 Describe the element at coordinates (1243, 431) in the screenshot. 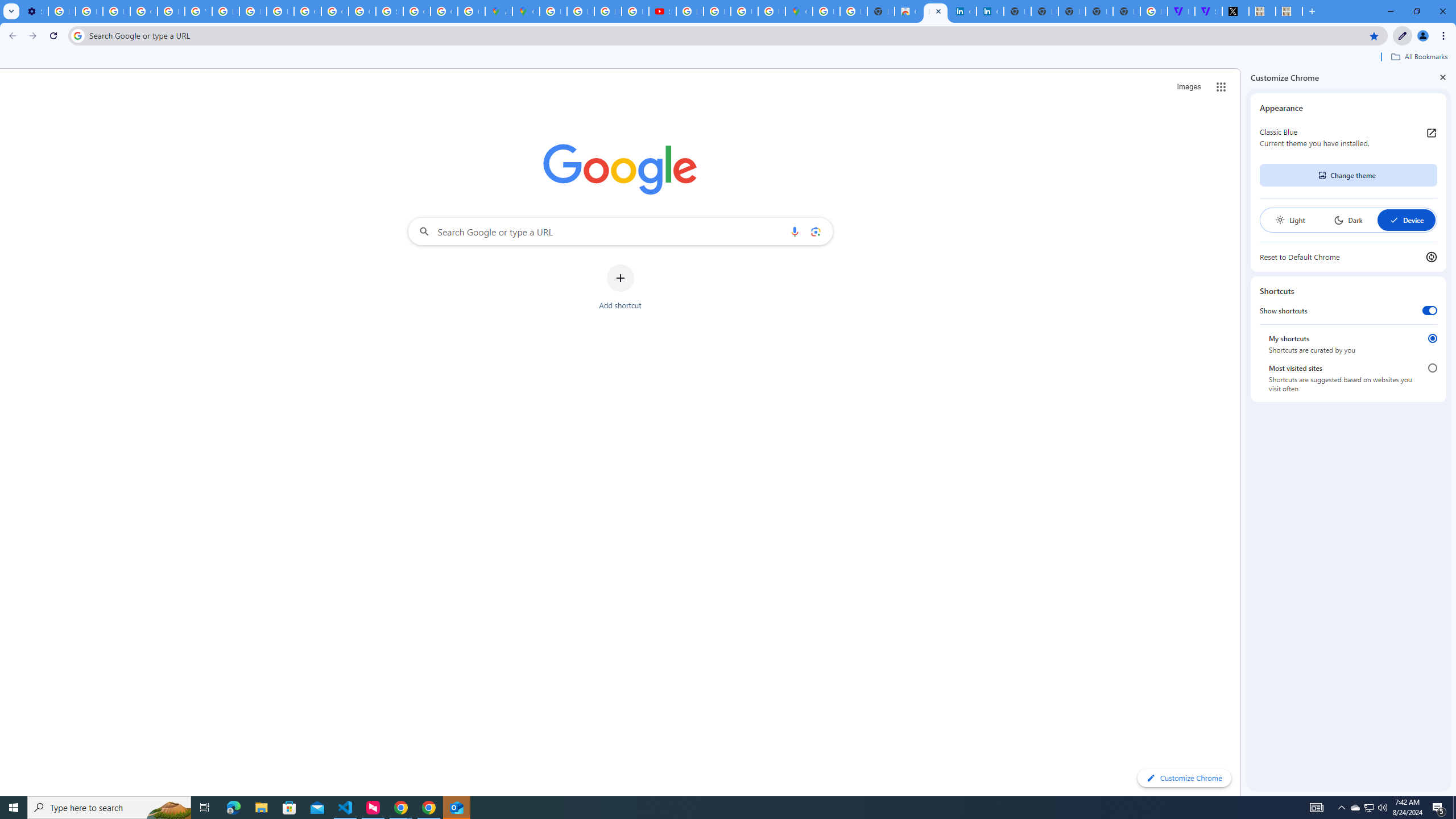

I see `'Side Panel Resize Handle'` at that location.